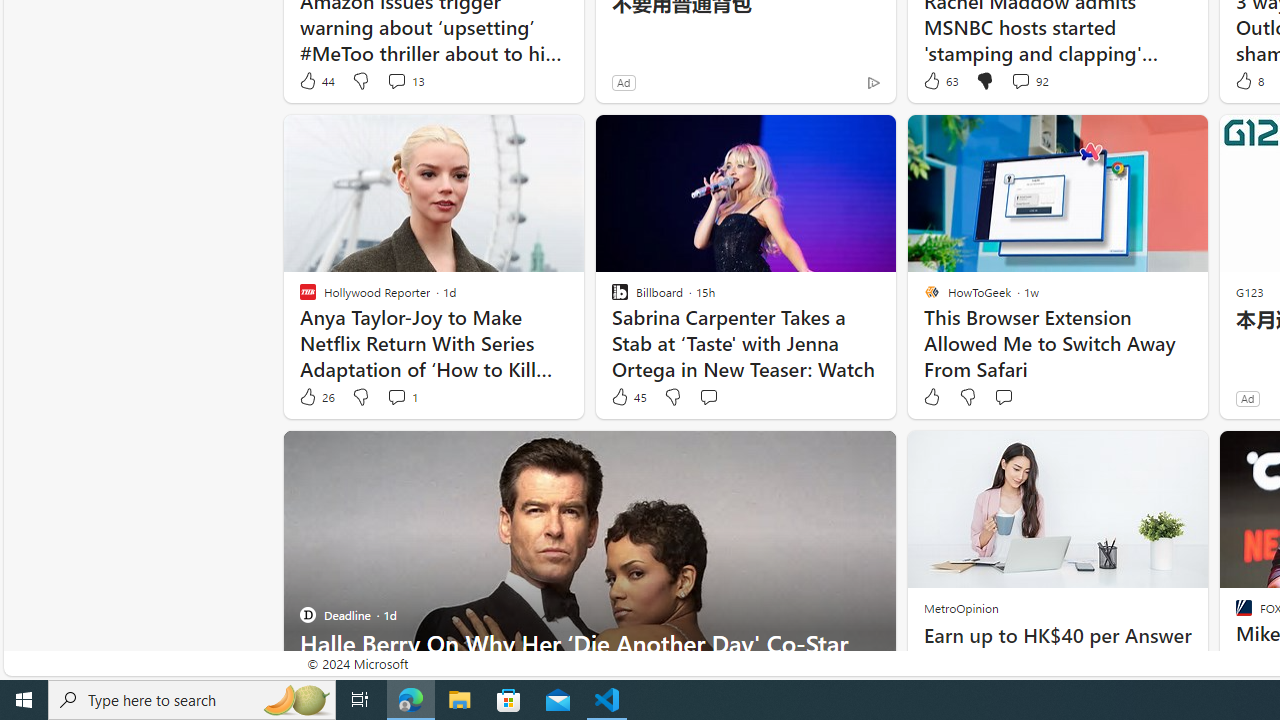 The image size is (1280, 720). What do you see at coordinates (1029, 80) in the screenshot?
I see `'View comments 92 Comment'` at bounding box center [1029, 80].